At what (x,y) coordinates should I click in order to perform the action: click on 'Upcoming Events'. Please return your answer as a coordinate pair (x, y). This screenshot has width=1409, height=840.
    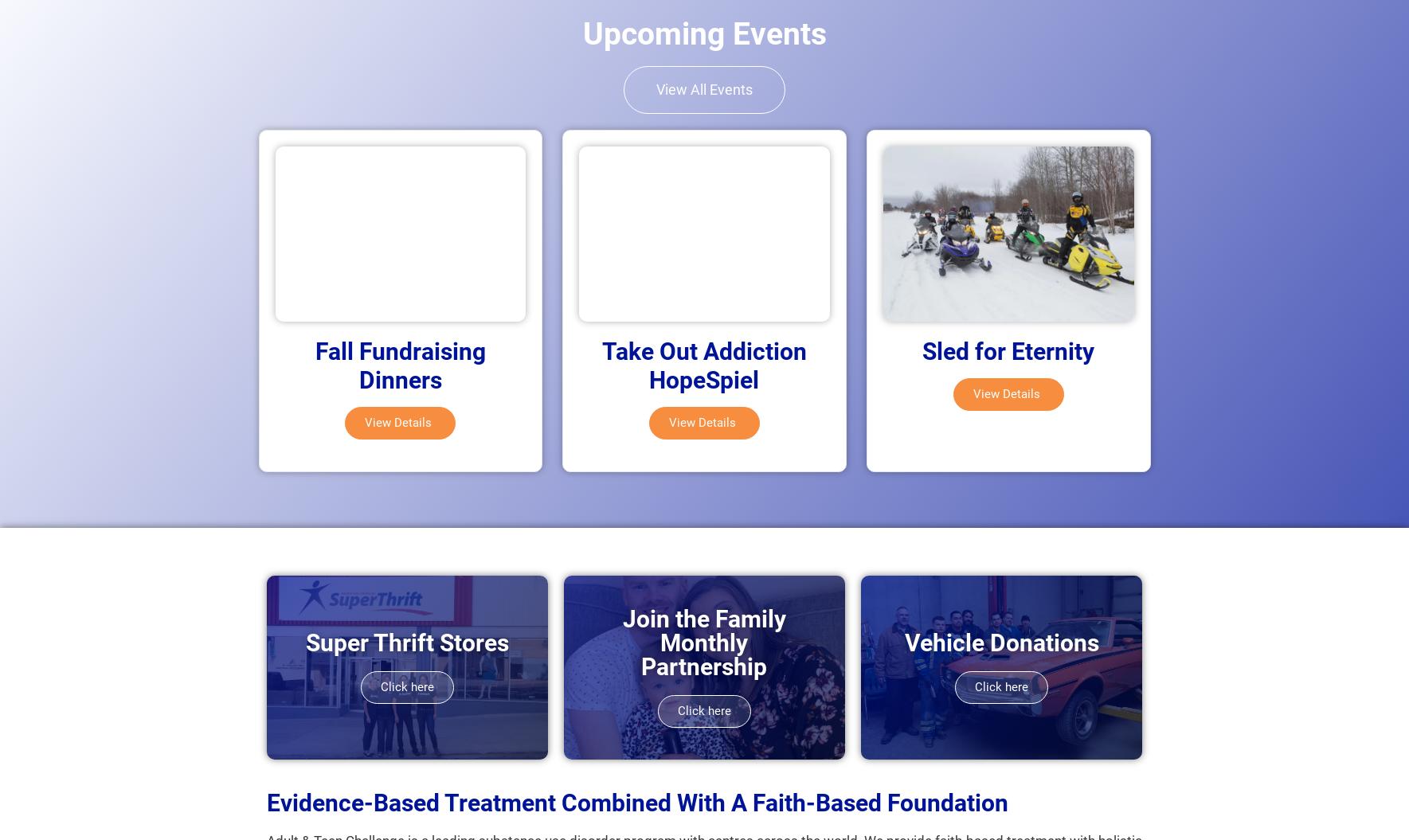
    Looking at the image, I should click on (703, 33).